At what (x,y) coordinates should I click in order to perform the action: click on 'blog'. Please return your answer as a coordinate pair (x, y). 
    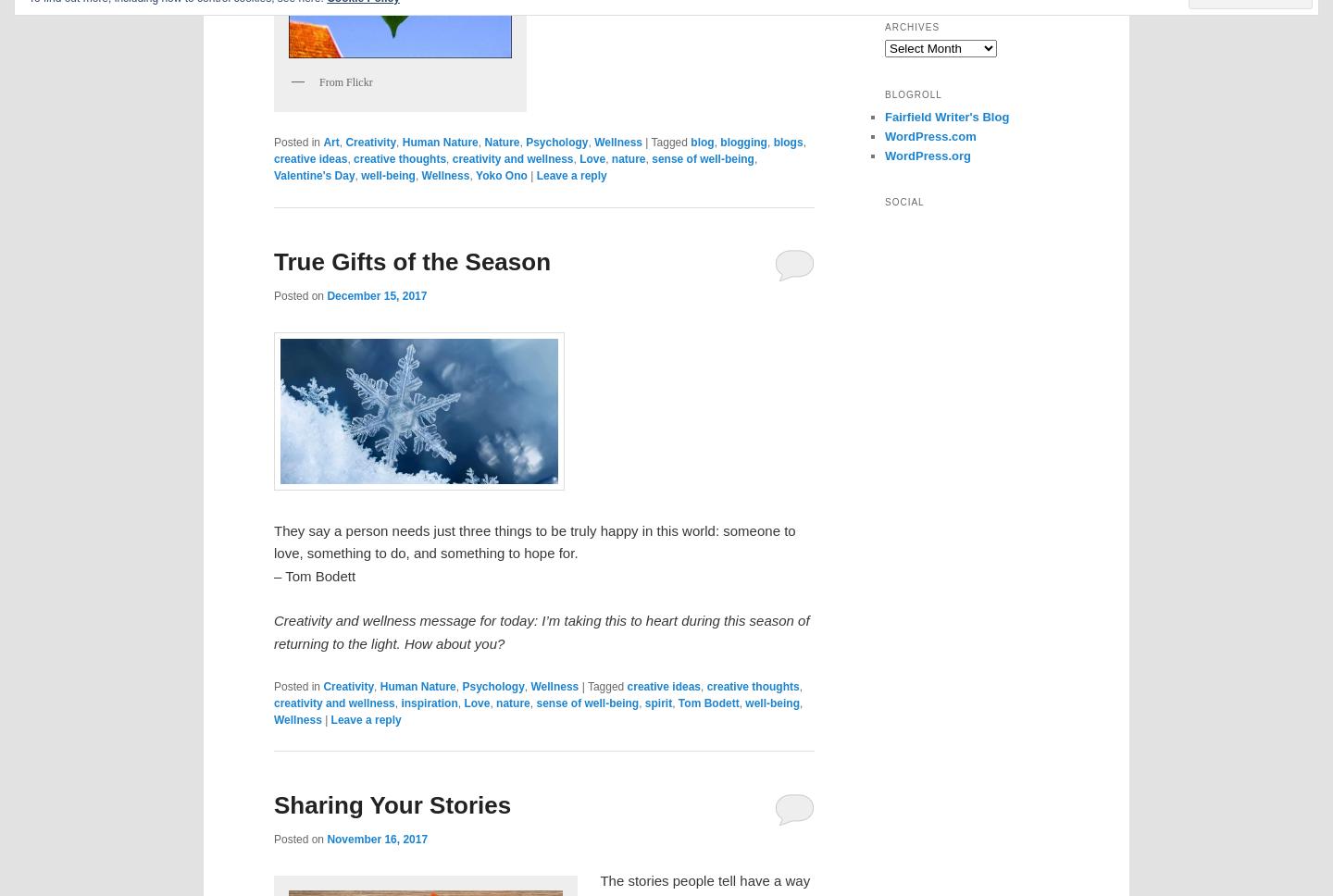
    Looking at the image, I should click on (690, 142).